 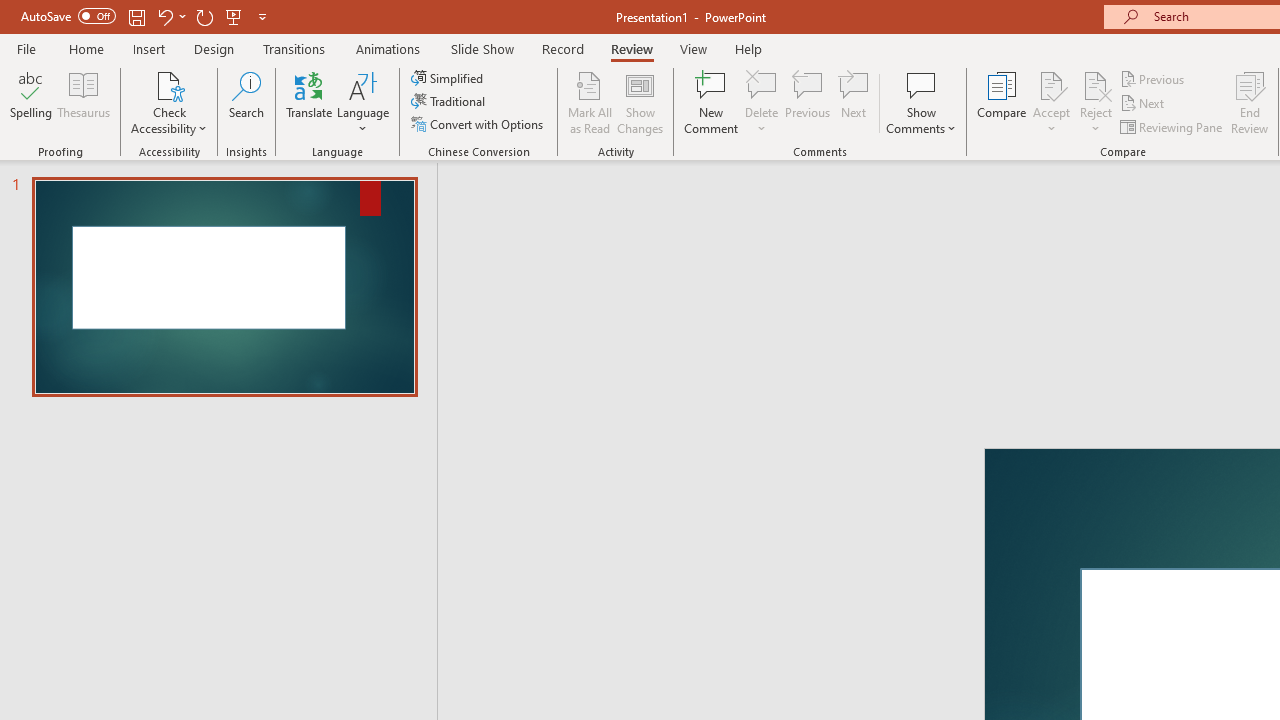 I want to click on 'Traditional', so click(x=448, y=101).